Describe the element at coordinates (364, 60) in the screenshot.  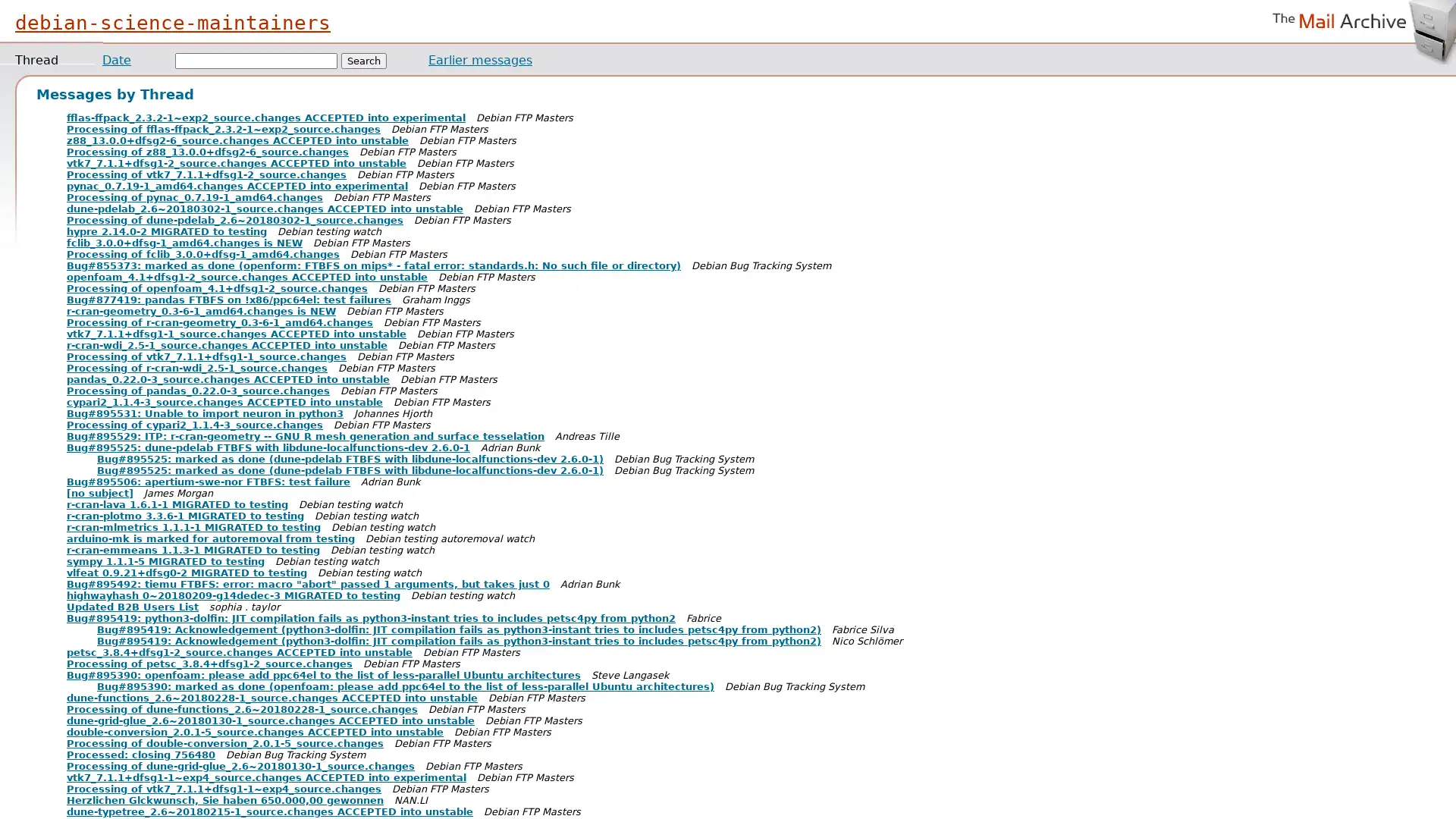
I see `Search` at that location.